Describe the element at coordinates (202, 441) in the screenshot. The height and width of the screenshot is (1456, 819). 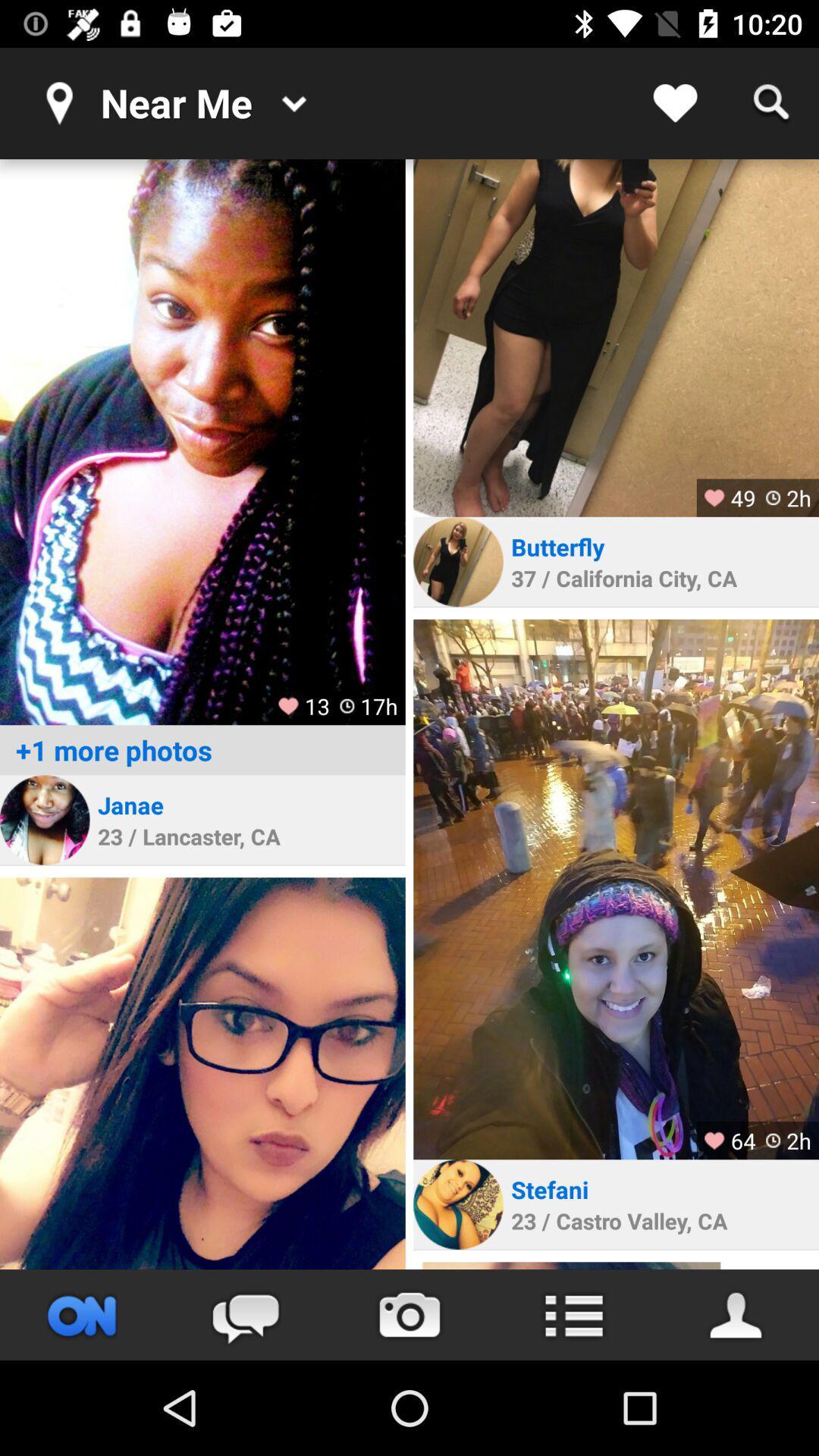
I see `picture` at that location.